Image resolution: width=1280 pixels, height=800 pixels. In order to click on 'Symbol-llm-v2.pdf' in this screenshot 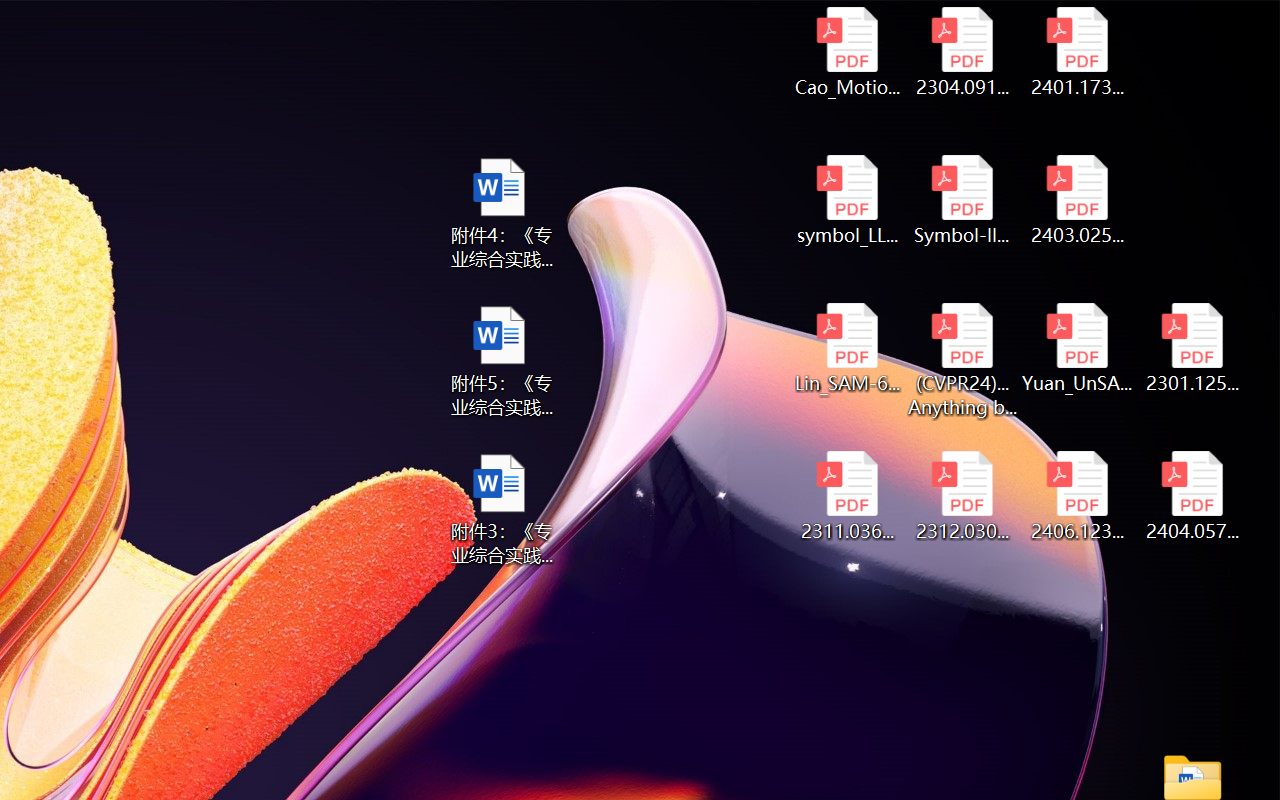, I will do `click(962, 200)`.